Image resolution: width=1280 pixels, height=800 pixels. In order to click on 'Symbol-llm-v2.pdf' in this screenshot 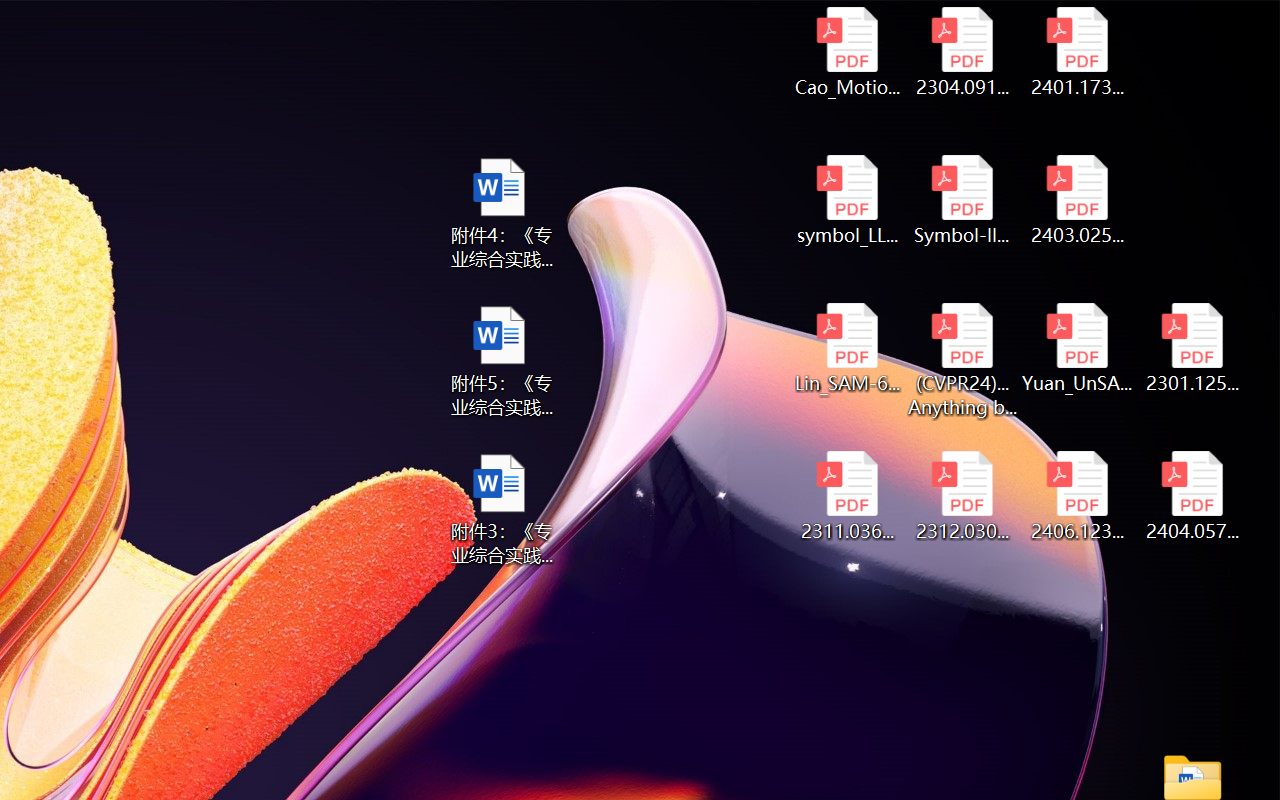, I will do `click(962, 200)`.